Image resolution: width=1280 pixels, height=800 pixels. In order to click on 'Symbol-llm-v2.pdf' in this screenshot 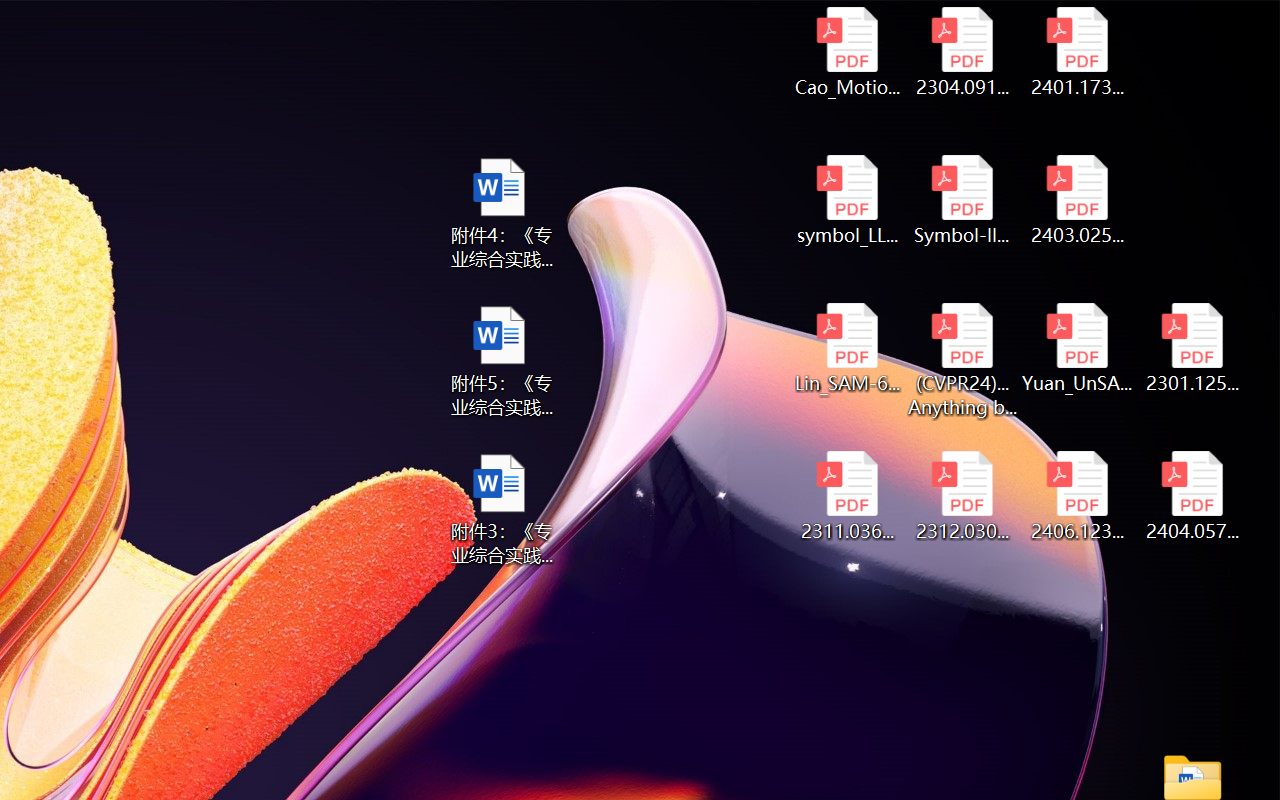, I will do `click(962, 200)`.